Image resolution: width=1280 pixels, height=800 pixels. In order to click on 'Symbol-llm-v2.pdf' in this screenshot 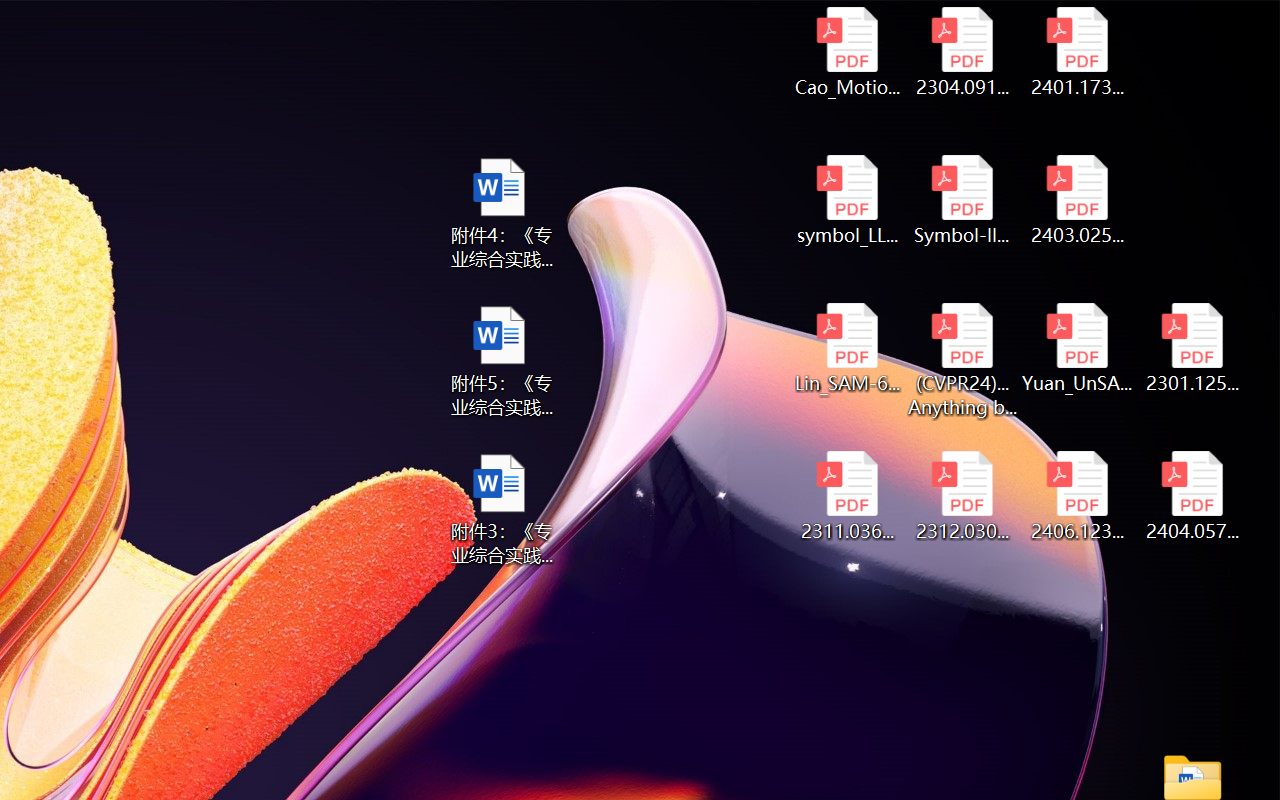, I will do `click(962, 200)`.